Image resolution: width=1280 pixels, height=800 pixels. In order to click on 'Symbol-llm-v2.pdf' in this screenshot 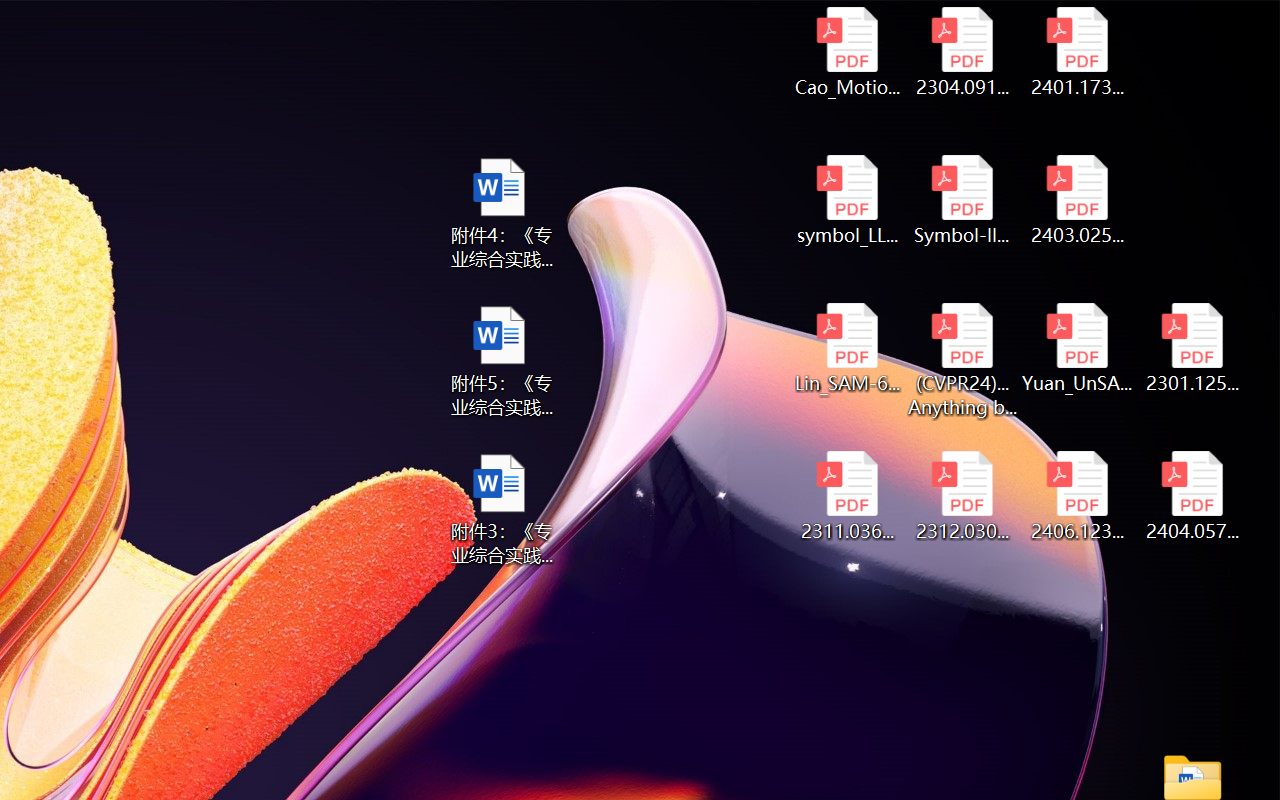, I will do `click(962, 200)`.